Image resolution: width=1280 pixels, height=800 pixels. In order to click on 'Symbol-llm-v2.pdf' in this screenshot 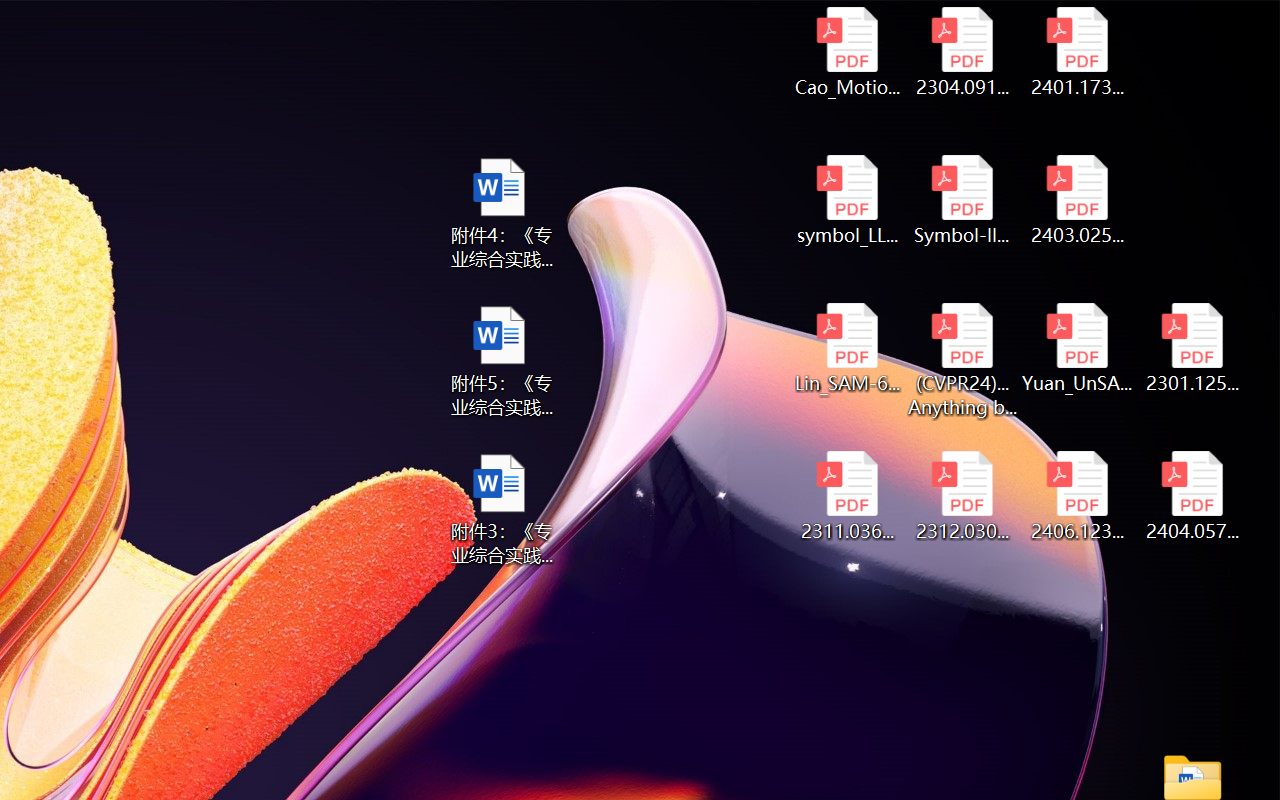, I will do `click(962, 200)`.